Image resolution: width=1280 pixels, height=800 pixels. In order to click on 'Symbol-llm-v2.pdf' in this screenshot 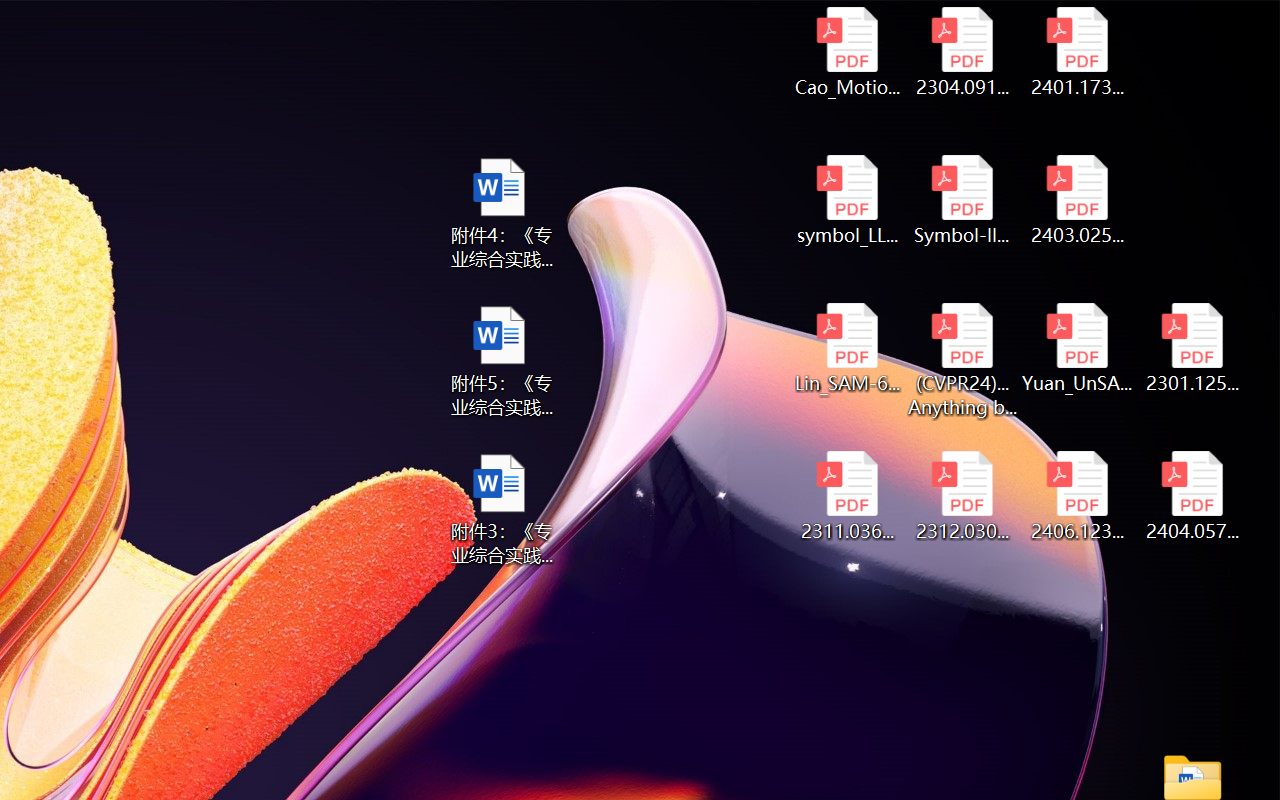, I will do `click(962, 200)`.